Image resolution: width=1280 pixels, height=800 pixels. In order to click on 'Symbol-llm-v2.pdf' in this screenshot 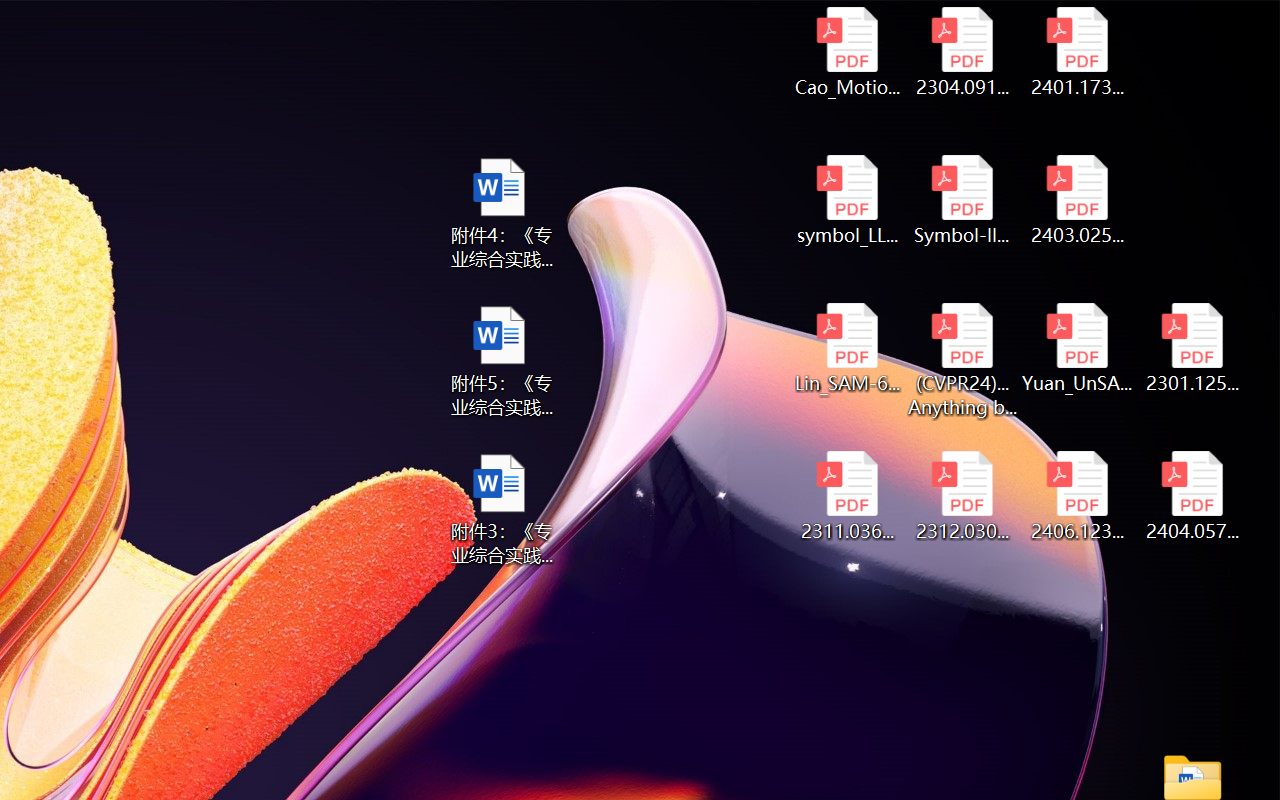, I will do `click(962, 200)`.